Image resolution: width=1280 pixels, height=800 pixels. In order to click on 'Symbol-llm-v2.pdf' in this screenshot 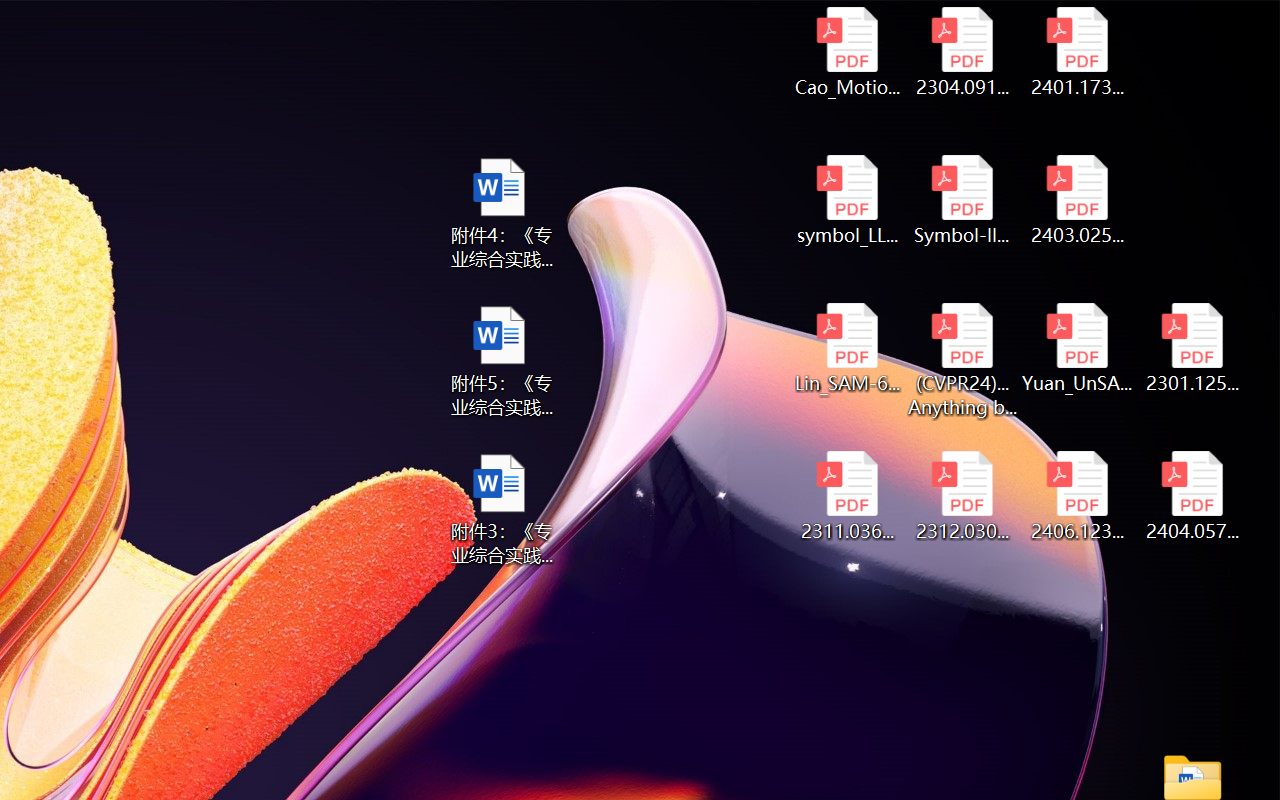, I will do `click(962, 200)`.